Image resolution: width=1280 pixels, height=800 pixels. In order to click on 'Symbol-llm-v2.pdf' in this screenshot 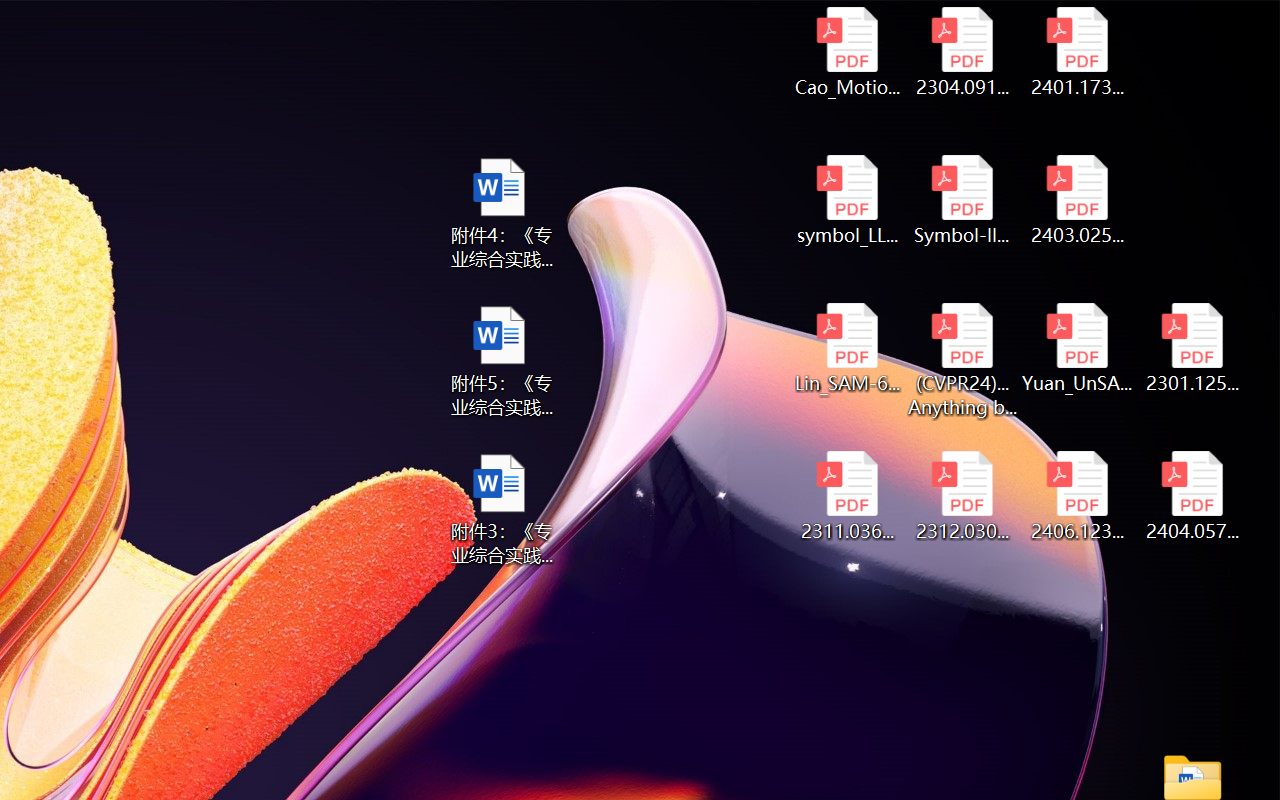, I will do `click(962, 200)`.